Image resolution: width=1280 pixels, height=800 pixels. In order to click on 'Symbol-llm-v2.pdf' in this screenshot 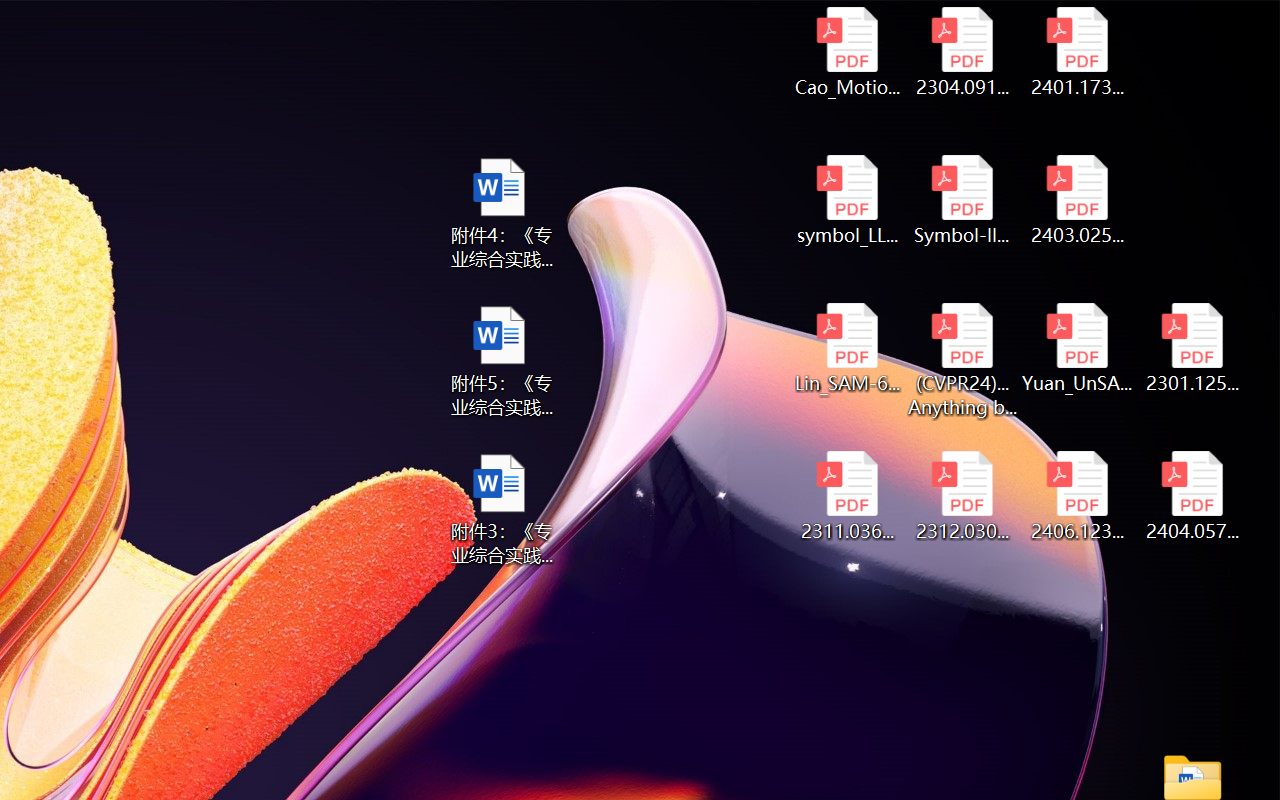, I will do `click(962, 200)`.